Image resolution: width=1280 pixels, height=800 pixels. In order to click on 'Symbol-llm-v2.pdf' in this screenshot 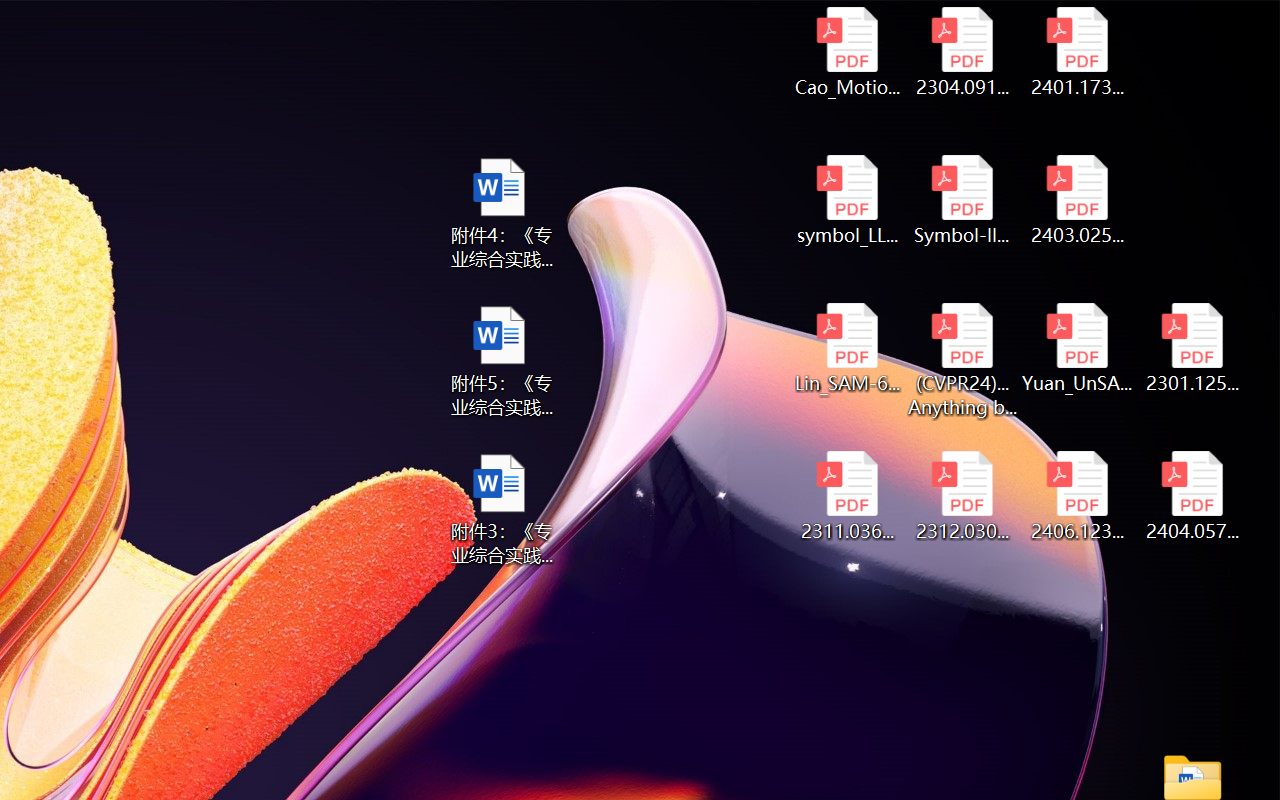, I will do `click(962, 200)`.